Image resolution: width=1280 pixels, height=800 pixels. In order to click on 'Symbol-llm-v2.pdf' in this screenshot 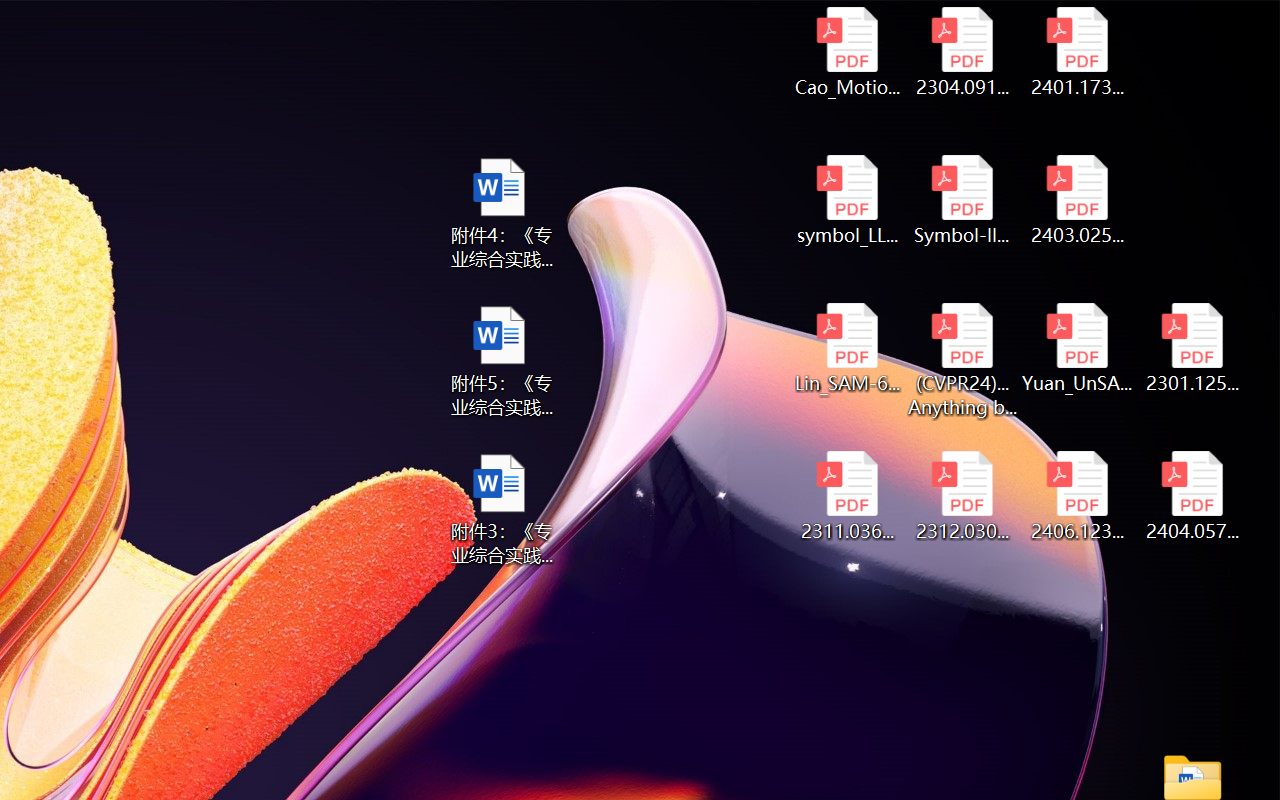, I will do `click(962, 200)`.